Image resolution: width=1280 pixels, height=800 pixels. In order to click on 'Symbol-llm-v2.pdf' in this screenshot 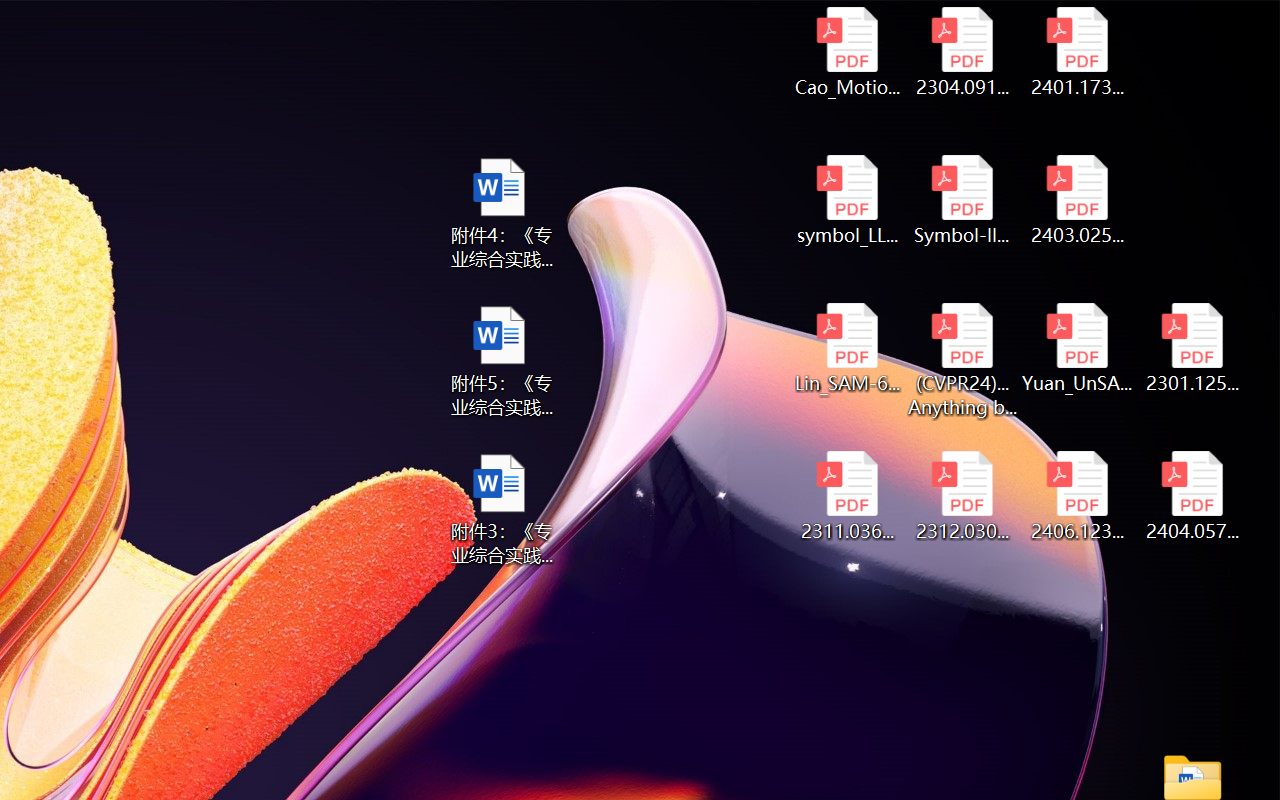, I will do `click(962, 200)`.